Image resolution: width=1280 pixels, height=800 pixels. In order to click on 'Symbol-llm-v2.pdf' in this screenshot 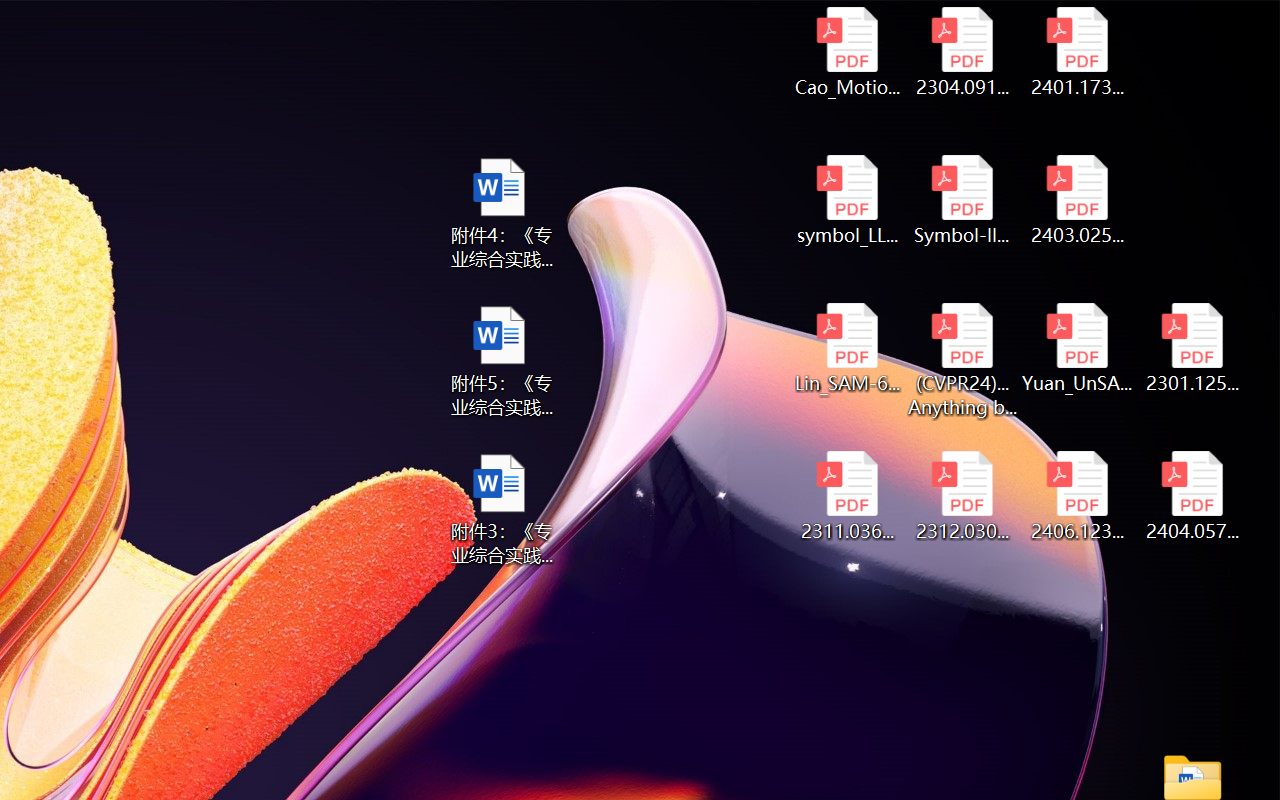, I will do `click(962, 200)`.